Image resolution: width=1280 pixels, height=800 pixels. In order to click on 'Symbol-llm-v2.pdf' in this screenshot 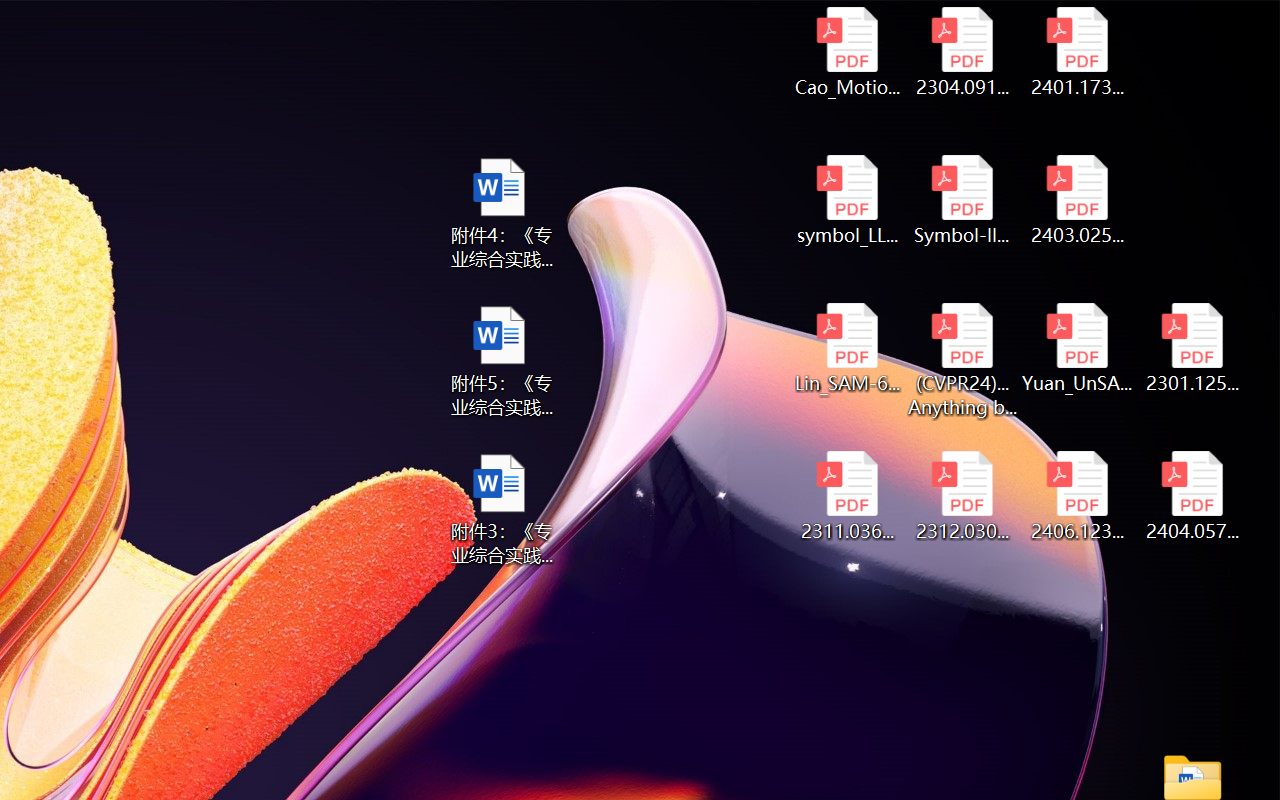, I will do `click(962, 200)`.